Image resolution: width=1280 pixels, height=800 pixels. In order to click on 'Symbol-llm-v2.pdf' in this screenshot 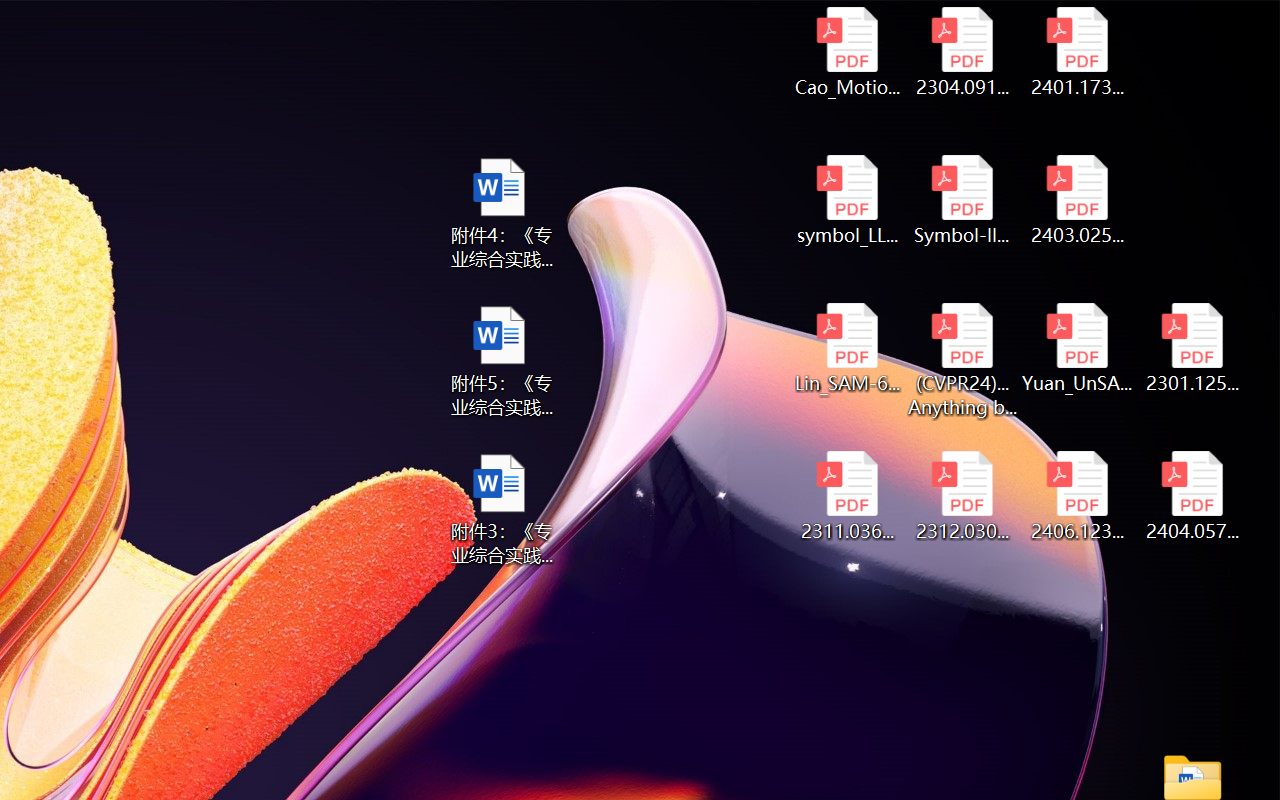, I will do `click(962, 200)`.